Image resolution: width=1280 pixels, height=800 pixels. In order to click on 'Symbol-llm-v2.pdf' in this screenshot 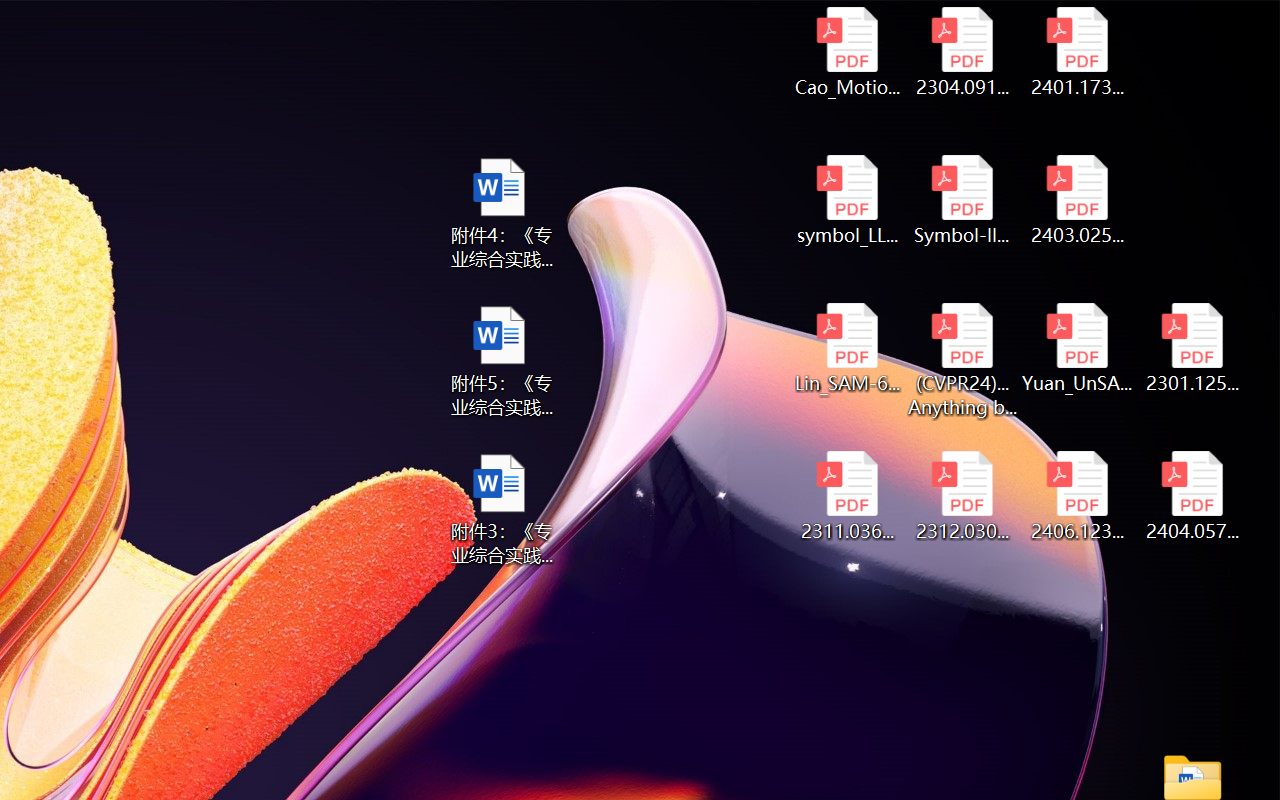, I will do `click(962, 200)`.